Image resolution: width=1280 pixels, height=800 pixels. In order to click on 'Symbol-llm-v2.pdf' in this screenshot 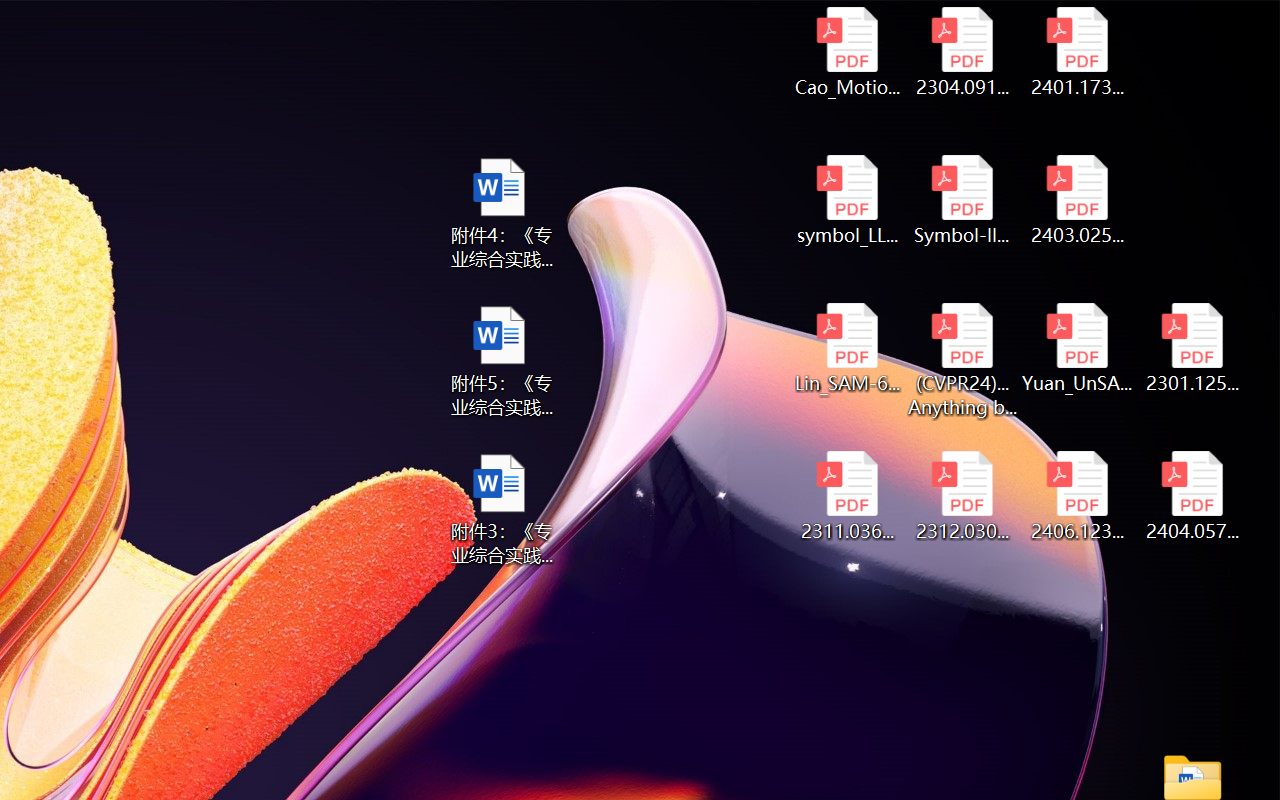, I will do `click(962, 200)`.